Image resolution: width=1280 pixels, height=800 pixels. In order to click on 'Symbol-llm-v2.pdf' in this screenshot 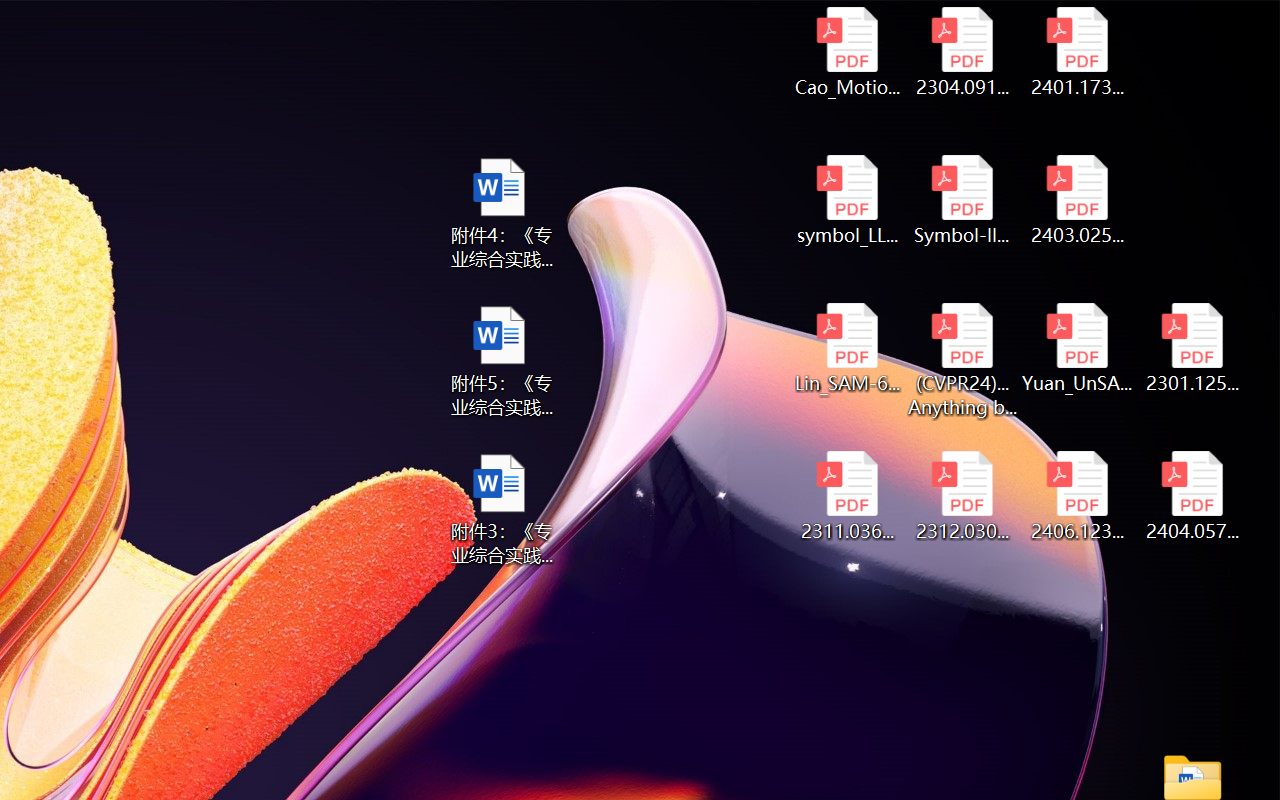, I will do `click(962, 200)`.